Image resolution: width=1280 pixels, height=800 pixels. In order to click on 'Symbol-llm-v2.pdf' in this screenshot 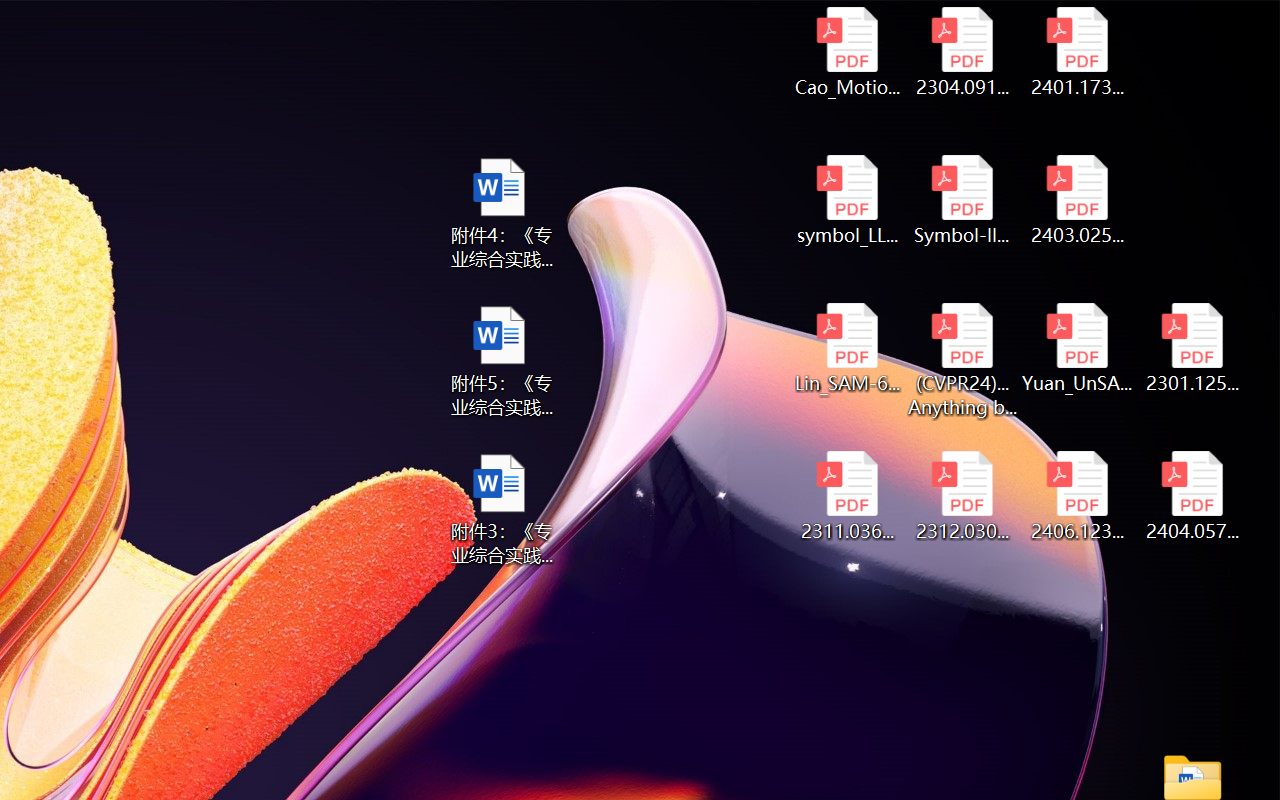, I will do `click(962, 200)`.